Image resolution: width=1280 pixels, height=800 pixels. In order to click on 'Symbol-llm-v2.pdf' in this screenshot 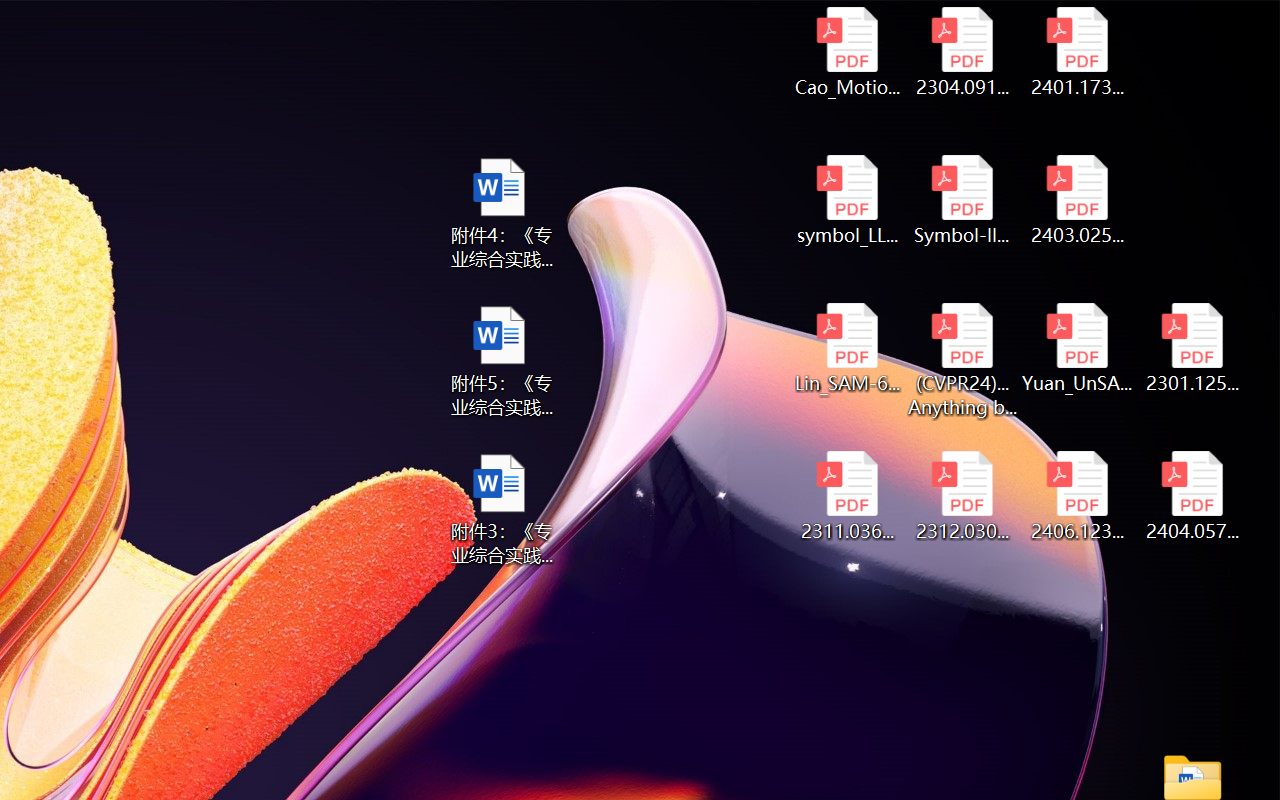, I will do `click(962, 200)`.